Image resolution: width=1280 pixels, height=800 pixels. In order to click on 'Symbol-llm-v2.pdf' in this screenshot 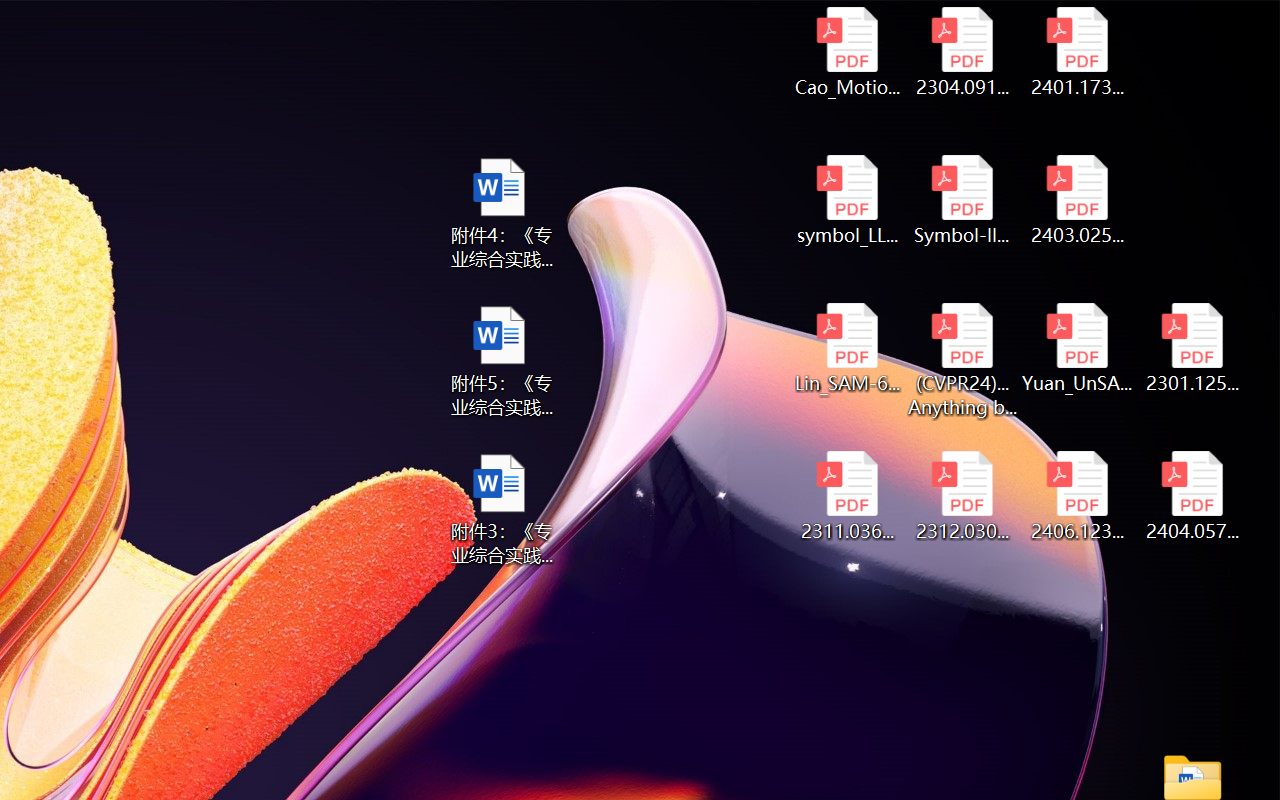, I will do `click(962, 200)`.